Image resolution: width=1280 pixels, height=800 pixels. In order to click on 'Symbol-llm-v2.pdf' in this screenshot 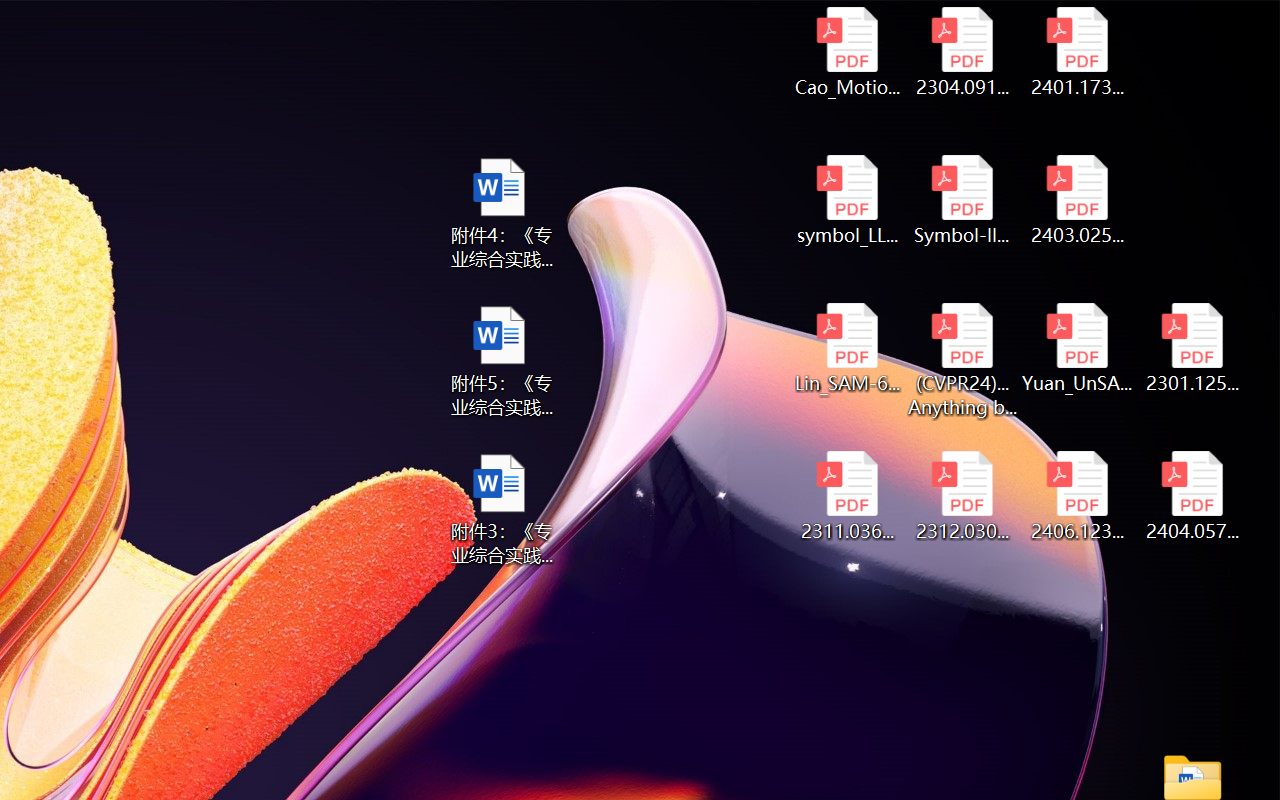, I will do `click(962, 200)`.